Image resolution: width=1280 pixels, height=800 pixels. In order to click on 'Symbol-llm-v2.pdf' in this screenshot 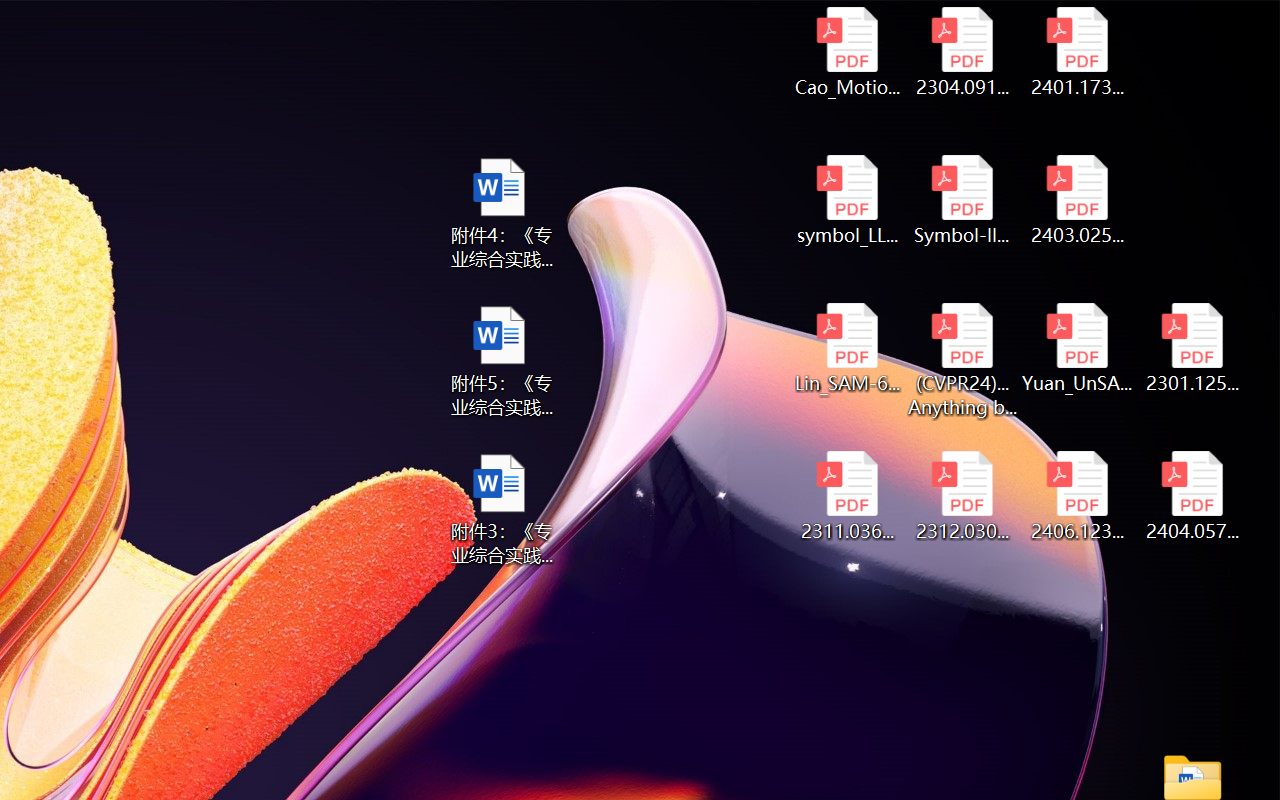, I will do `click(962, 200)`.